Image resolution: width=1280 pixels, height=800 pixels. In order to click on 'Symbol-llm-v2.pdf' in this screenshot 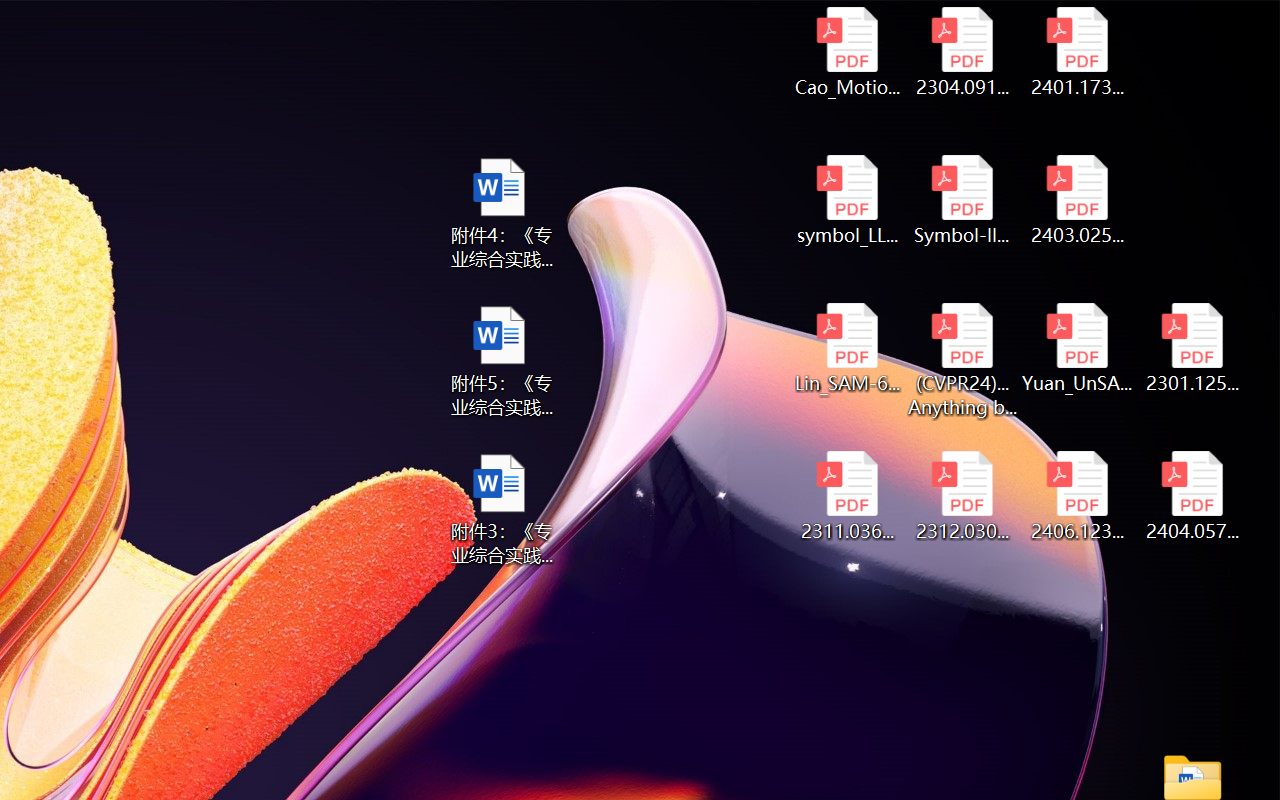, I will do `click(962, 200)`.